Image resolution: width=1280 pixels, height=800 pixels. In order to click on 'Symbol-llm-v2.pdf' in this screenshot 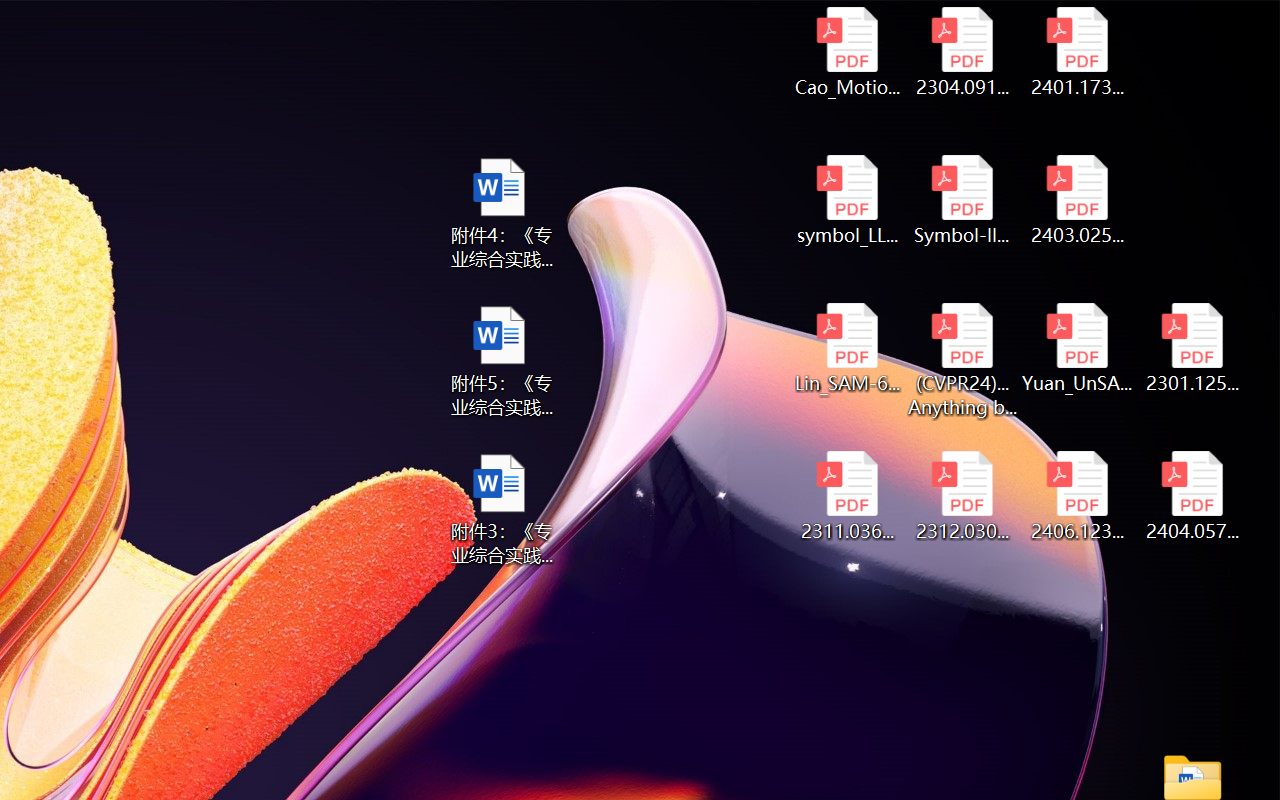, I will do `click(962, 200)`.